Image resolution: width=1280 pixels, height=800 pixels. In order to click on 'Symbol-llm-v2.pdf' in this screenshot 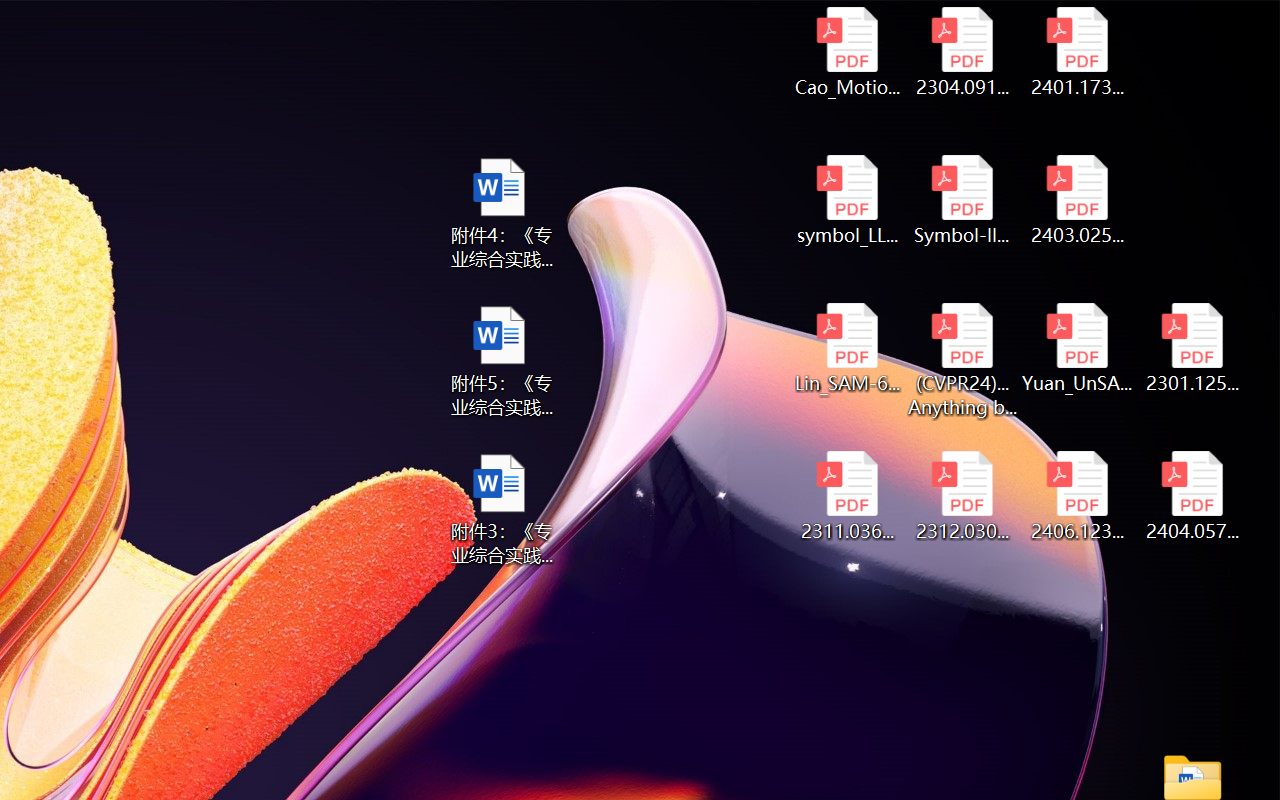, I will do `click(962, 200)`.